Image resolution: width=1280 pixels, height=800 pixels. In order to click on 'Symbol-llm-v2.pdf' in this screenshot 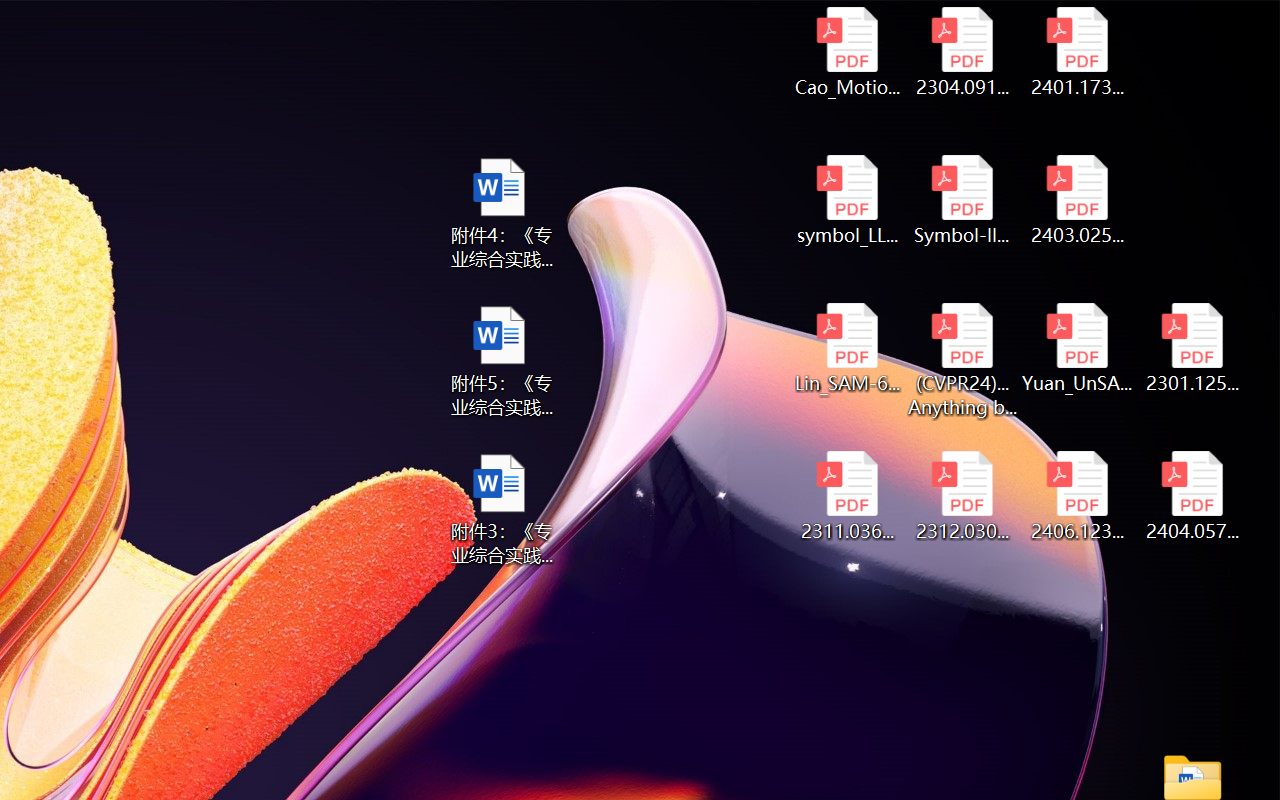, I will do `click(962, 200)`.